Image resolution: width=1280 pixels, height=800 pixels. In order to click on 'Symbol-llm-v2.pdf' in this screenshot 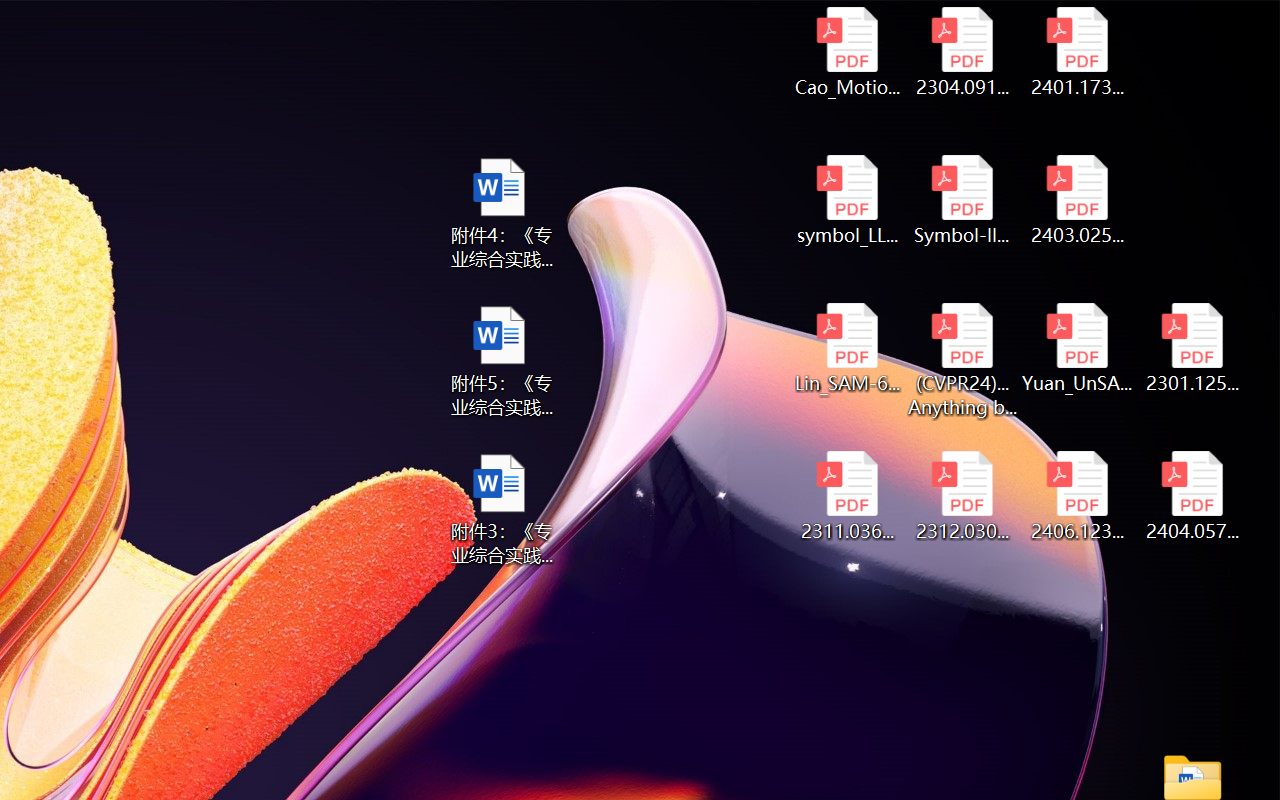, I will do `click(962, 200)`.